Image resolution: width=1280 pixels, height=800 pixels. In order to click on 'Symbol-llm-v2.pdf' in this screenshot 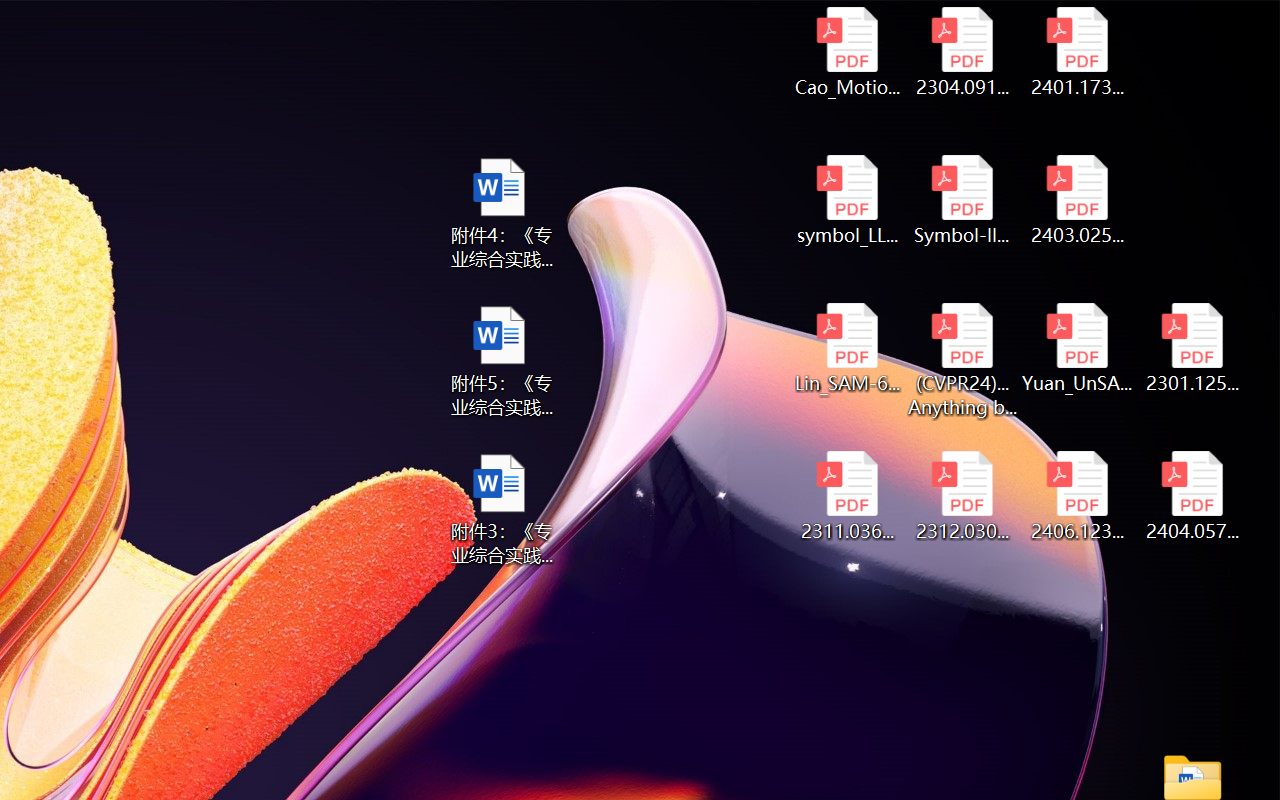, I will do `click(962, 200)`.